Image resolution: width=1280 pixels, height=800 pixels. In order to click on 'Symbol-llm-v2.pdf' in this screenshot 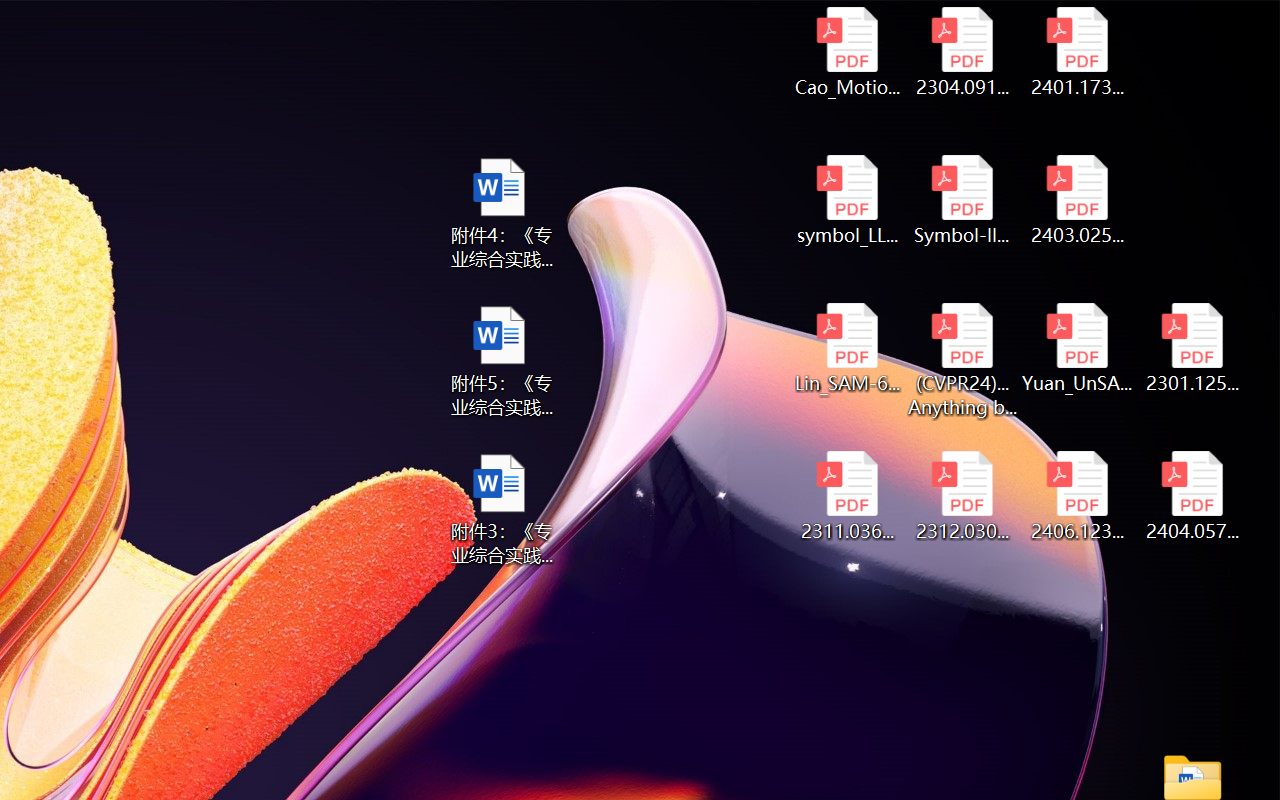, I will do `click(962, 200)`.